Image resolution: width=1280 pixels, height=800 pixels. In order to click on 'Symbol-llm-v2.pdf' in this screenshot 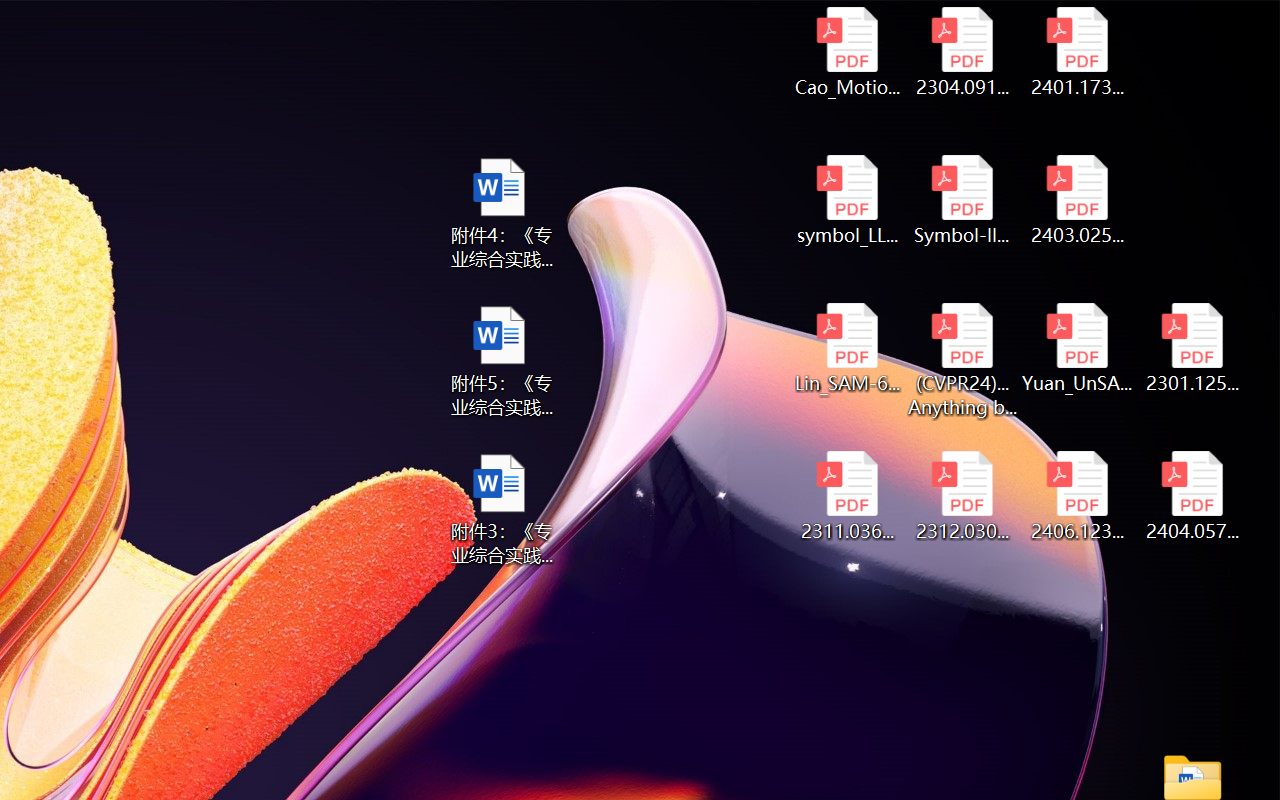, I will do `click(962, 200)`.